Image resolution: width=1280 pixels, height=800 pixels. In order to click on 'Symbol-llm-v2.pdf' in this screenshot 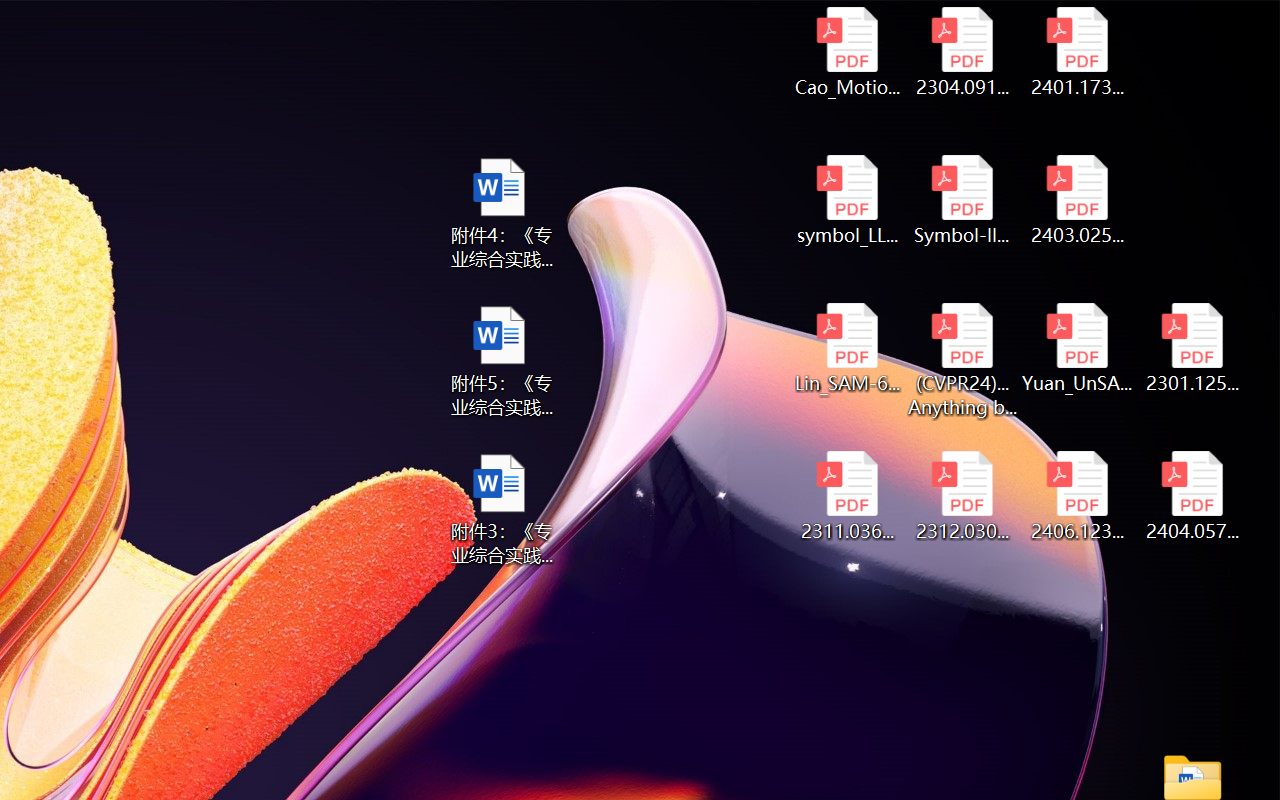, I will do `click(962, 200)`.